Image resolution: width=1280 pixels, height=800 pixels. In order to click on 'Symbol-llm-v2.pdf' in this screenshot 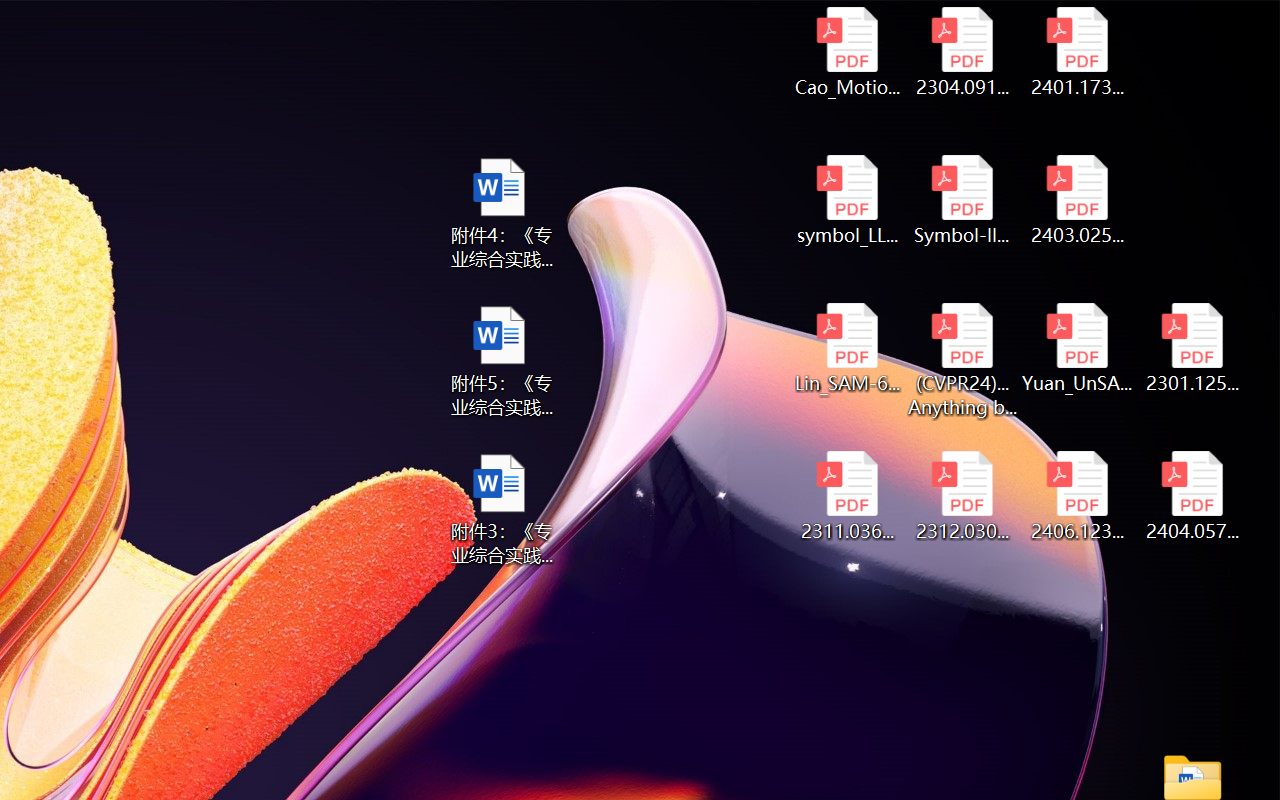, I will do `click(962, 200)`.